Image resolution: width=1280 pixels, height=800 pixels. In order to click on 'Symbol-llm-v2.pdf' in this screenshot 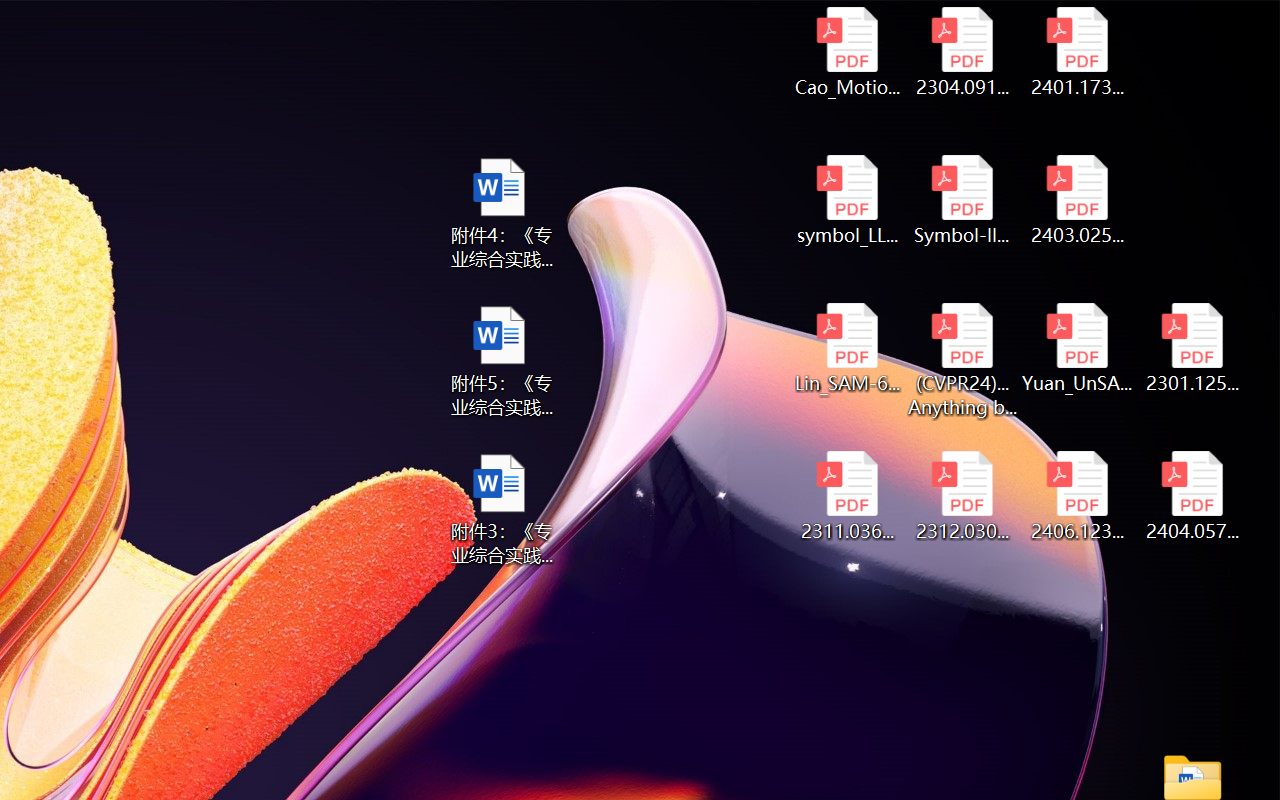, I will do `click(962, 200)`.